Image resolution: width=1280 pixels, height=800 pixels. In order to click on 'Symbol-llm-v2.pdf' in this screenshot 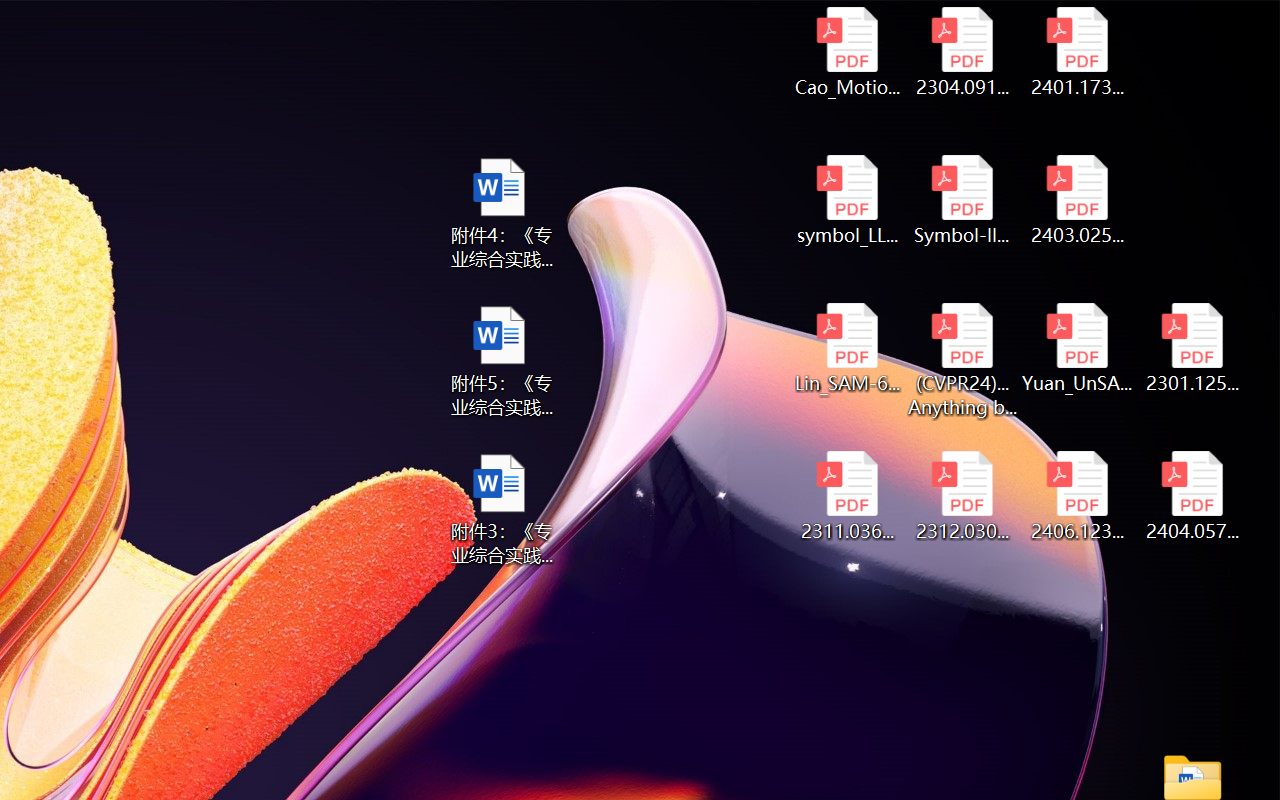, I will do `click(962, 200)`.